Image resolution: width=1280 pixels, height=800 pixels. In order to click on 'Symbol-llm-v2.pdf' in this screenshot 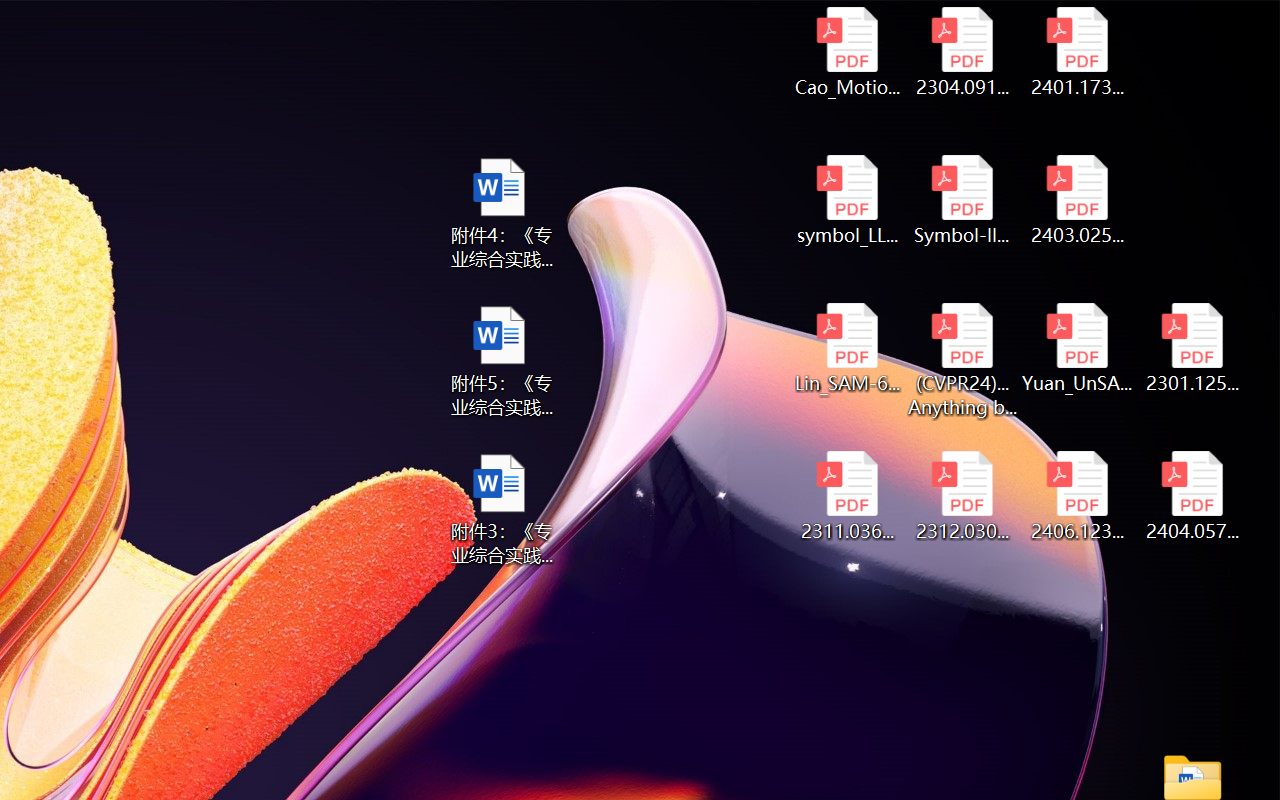, I will do `click(962, 200)`.